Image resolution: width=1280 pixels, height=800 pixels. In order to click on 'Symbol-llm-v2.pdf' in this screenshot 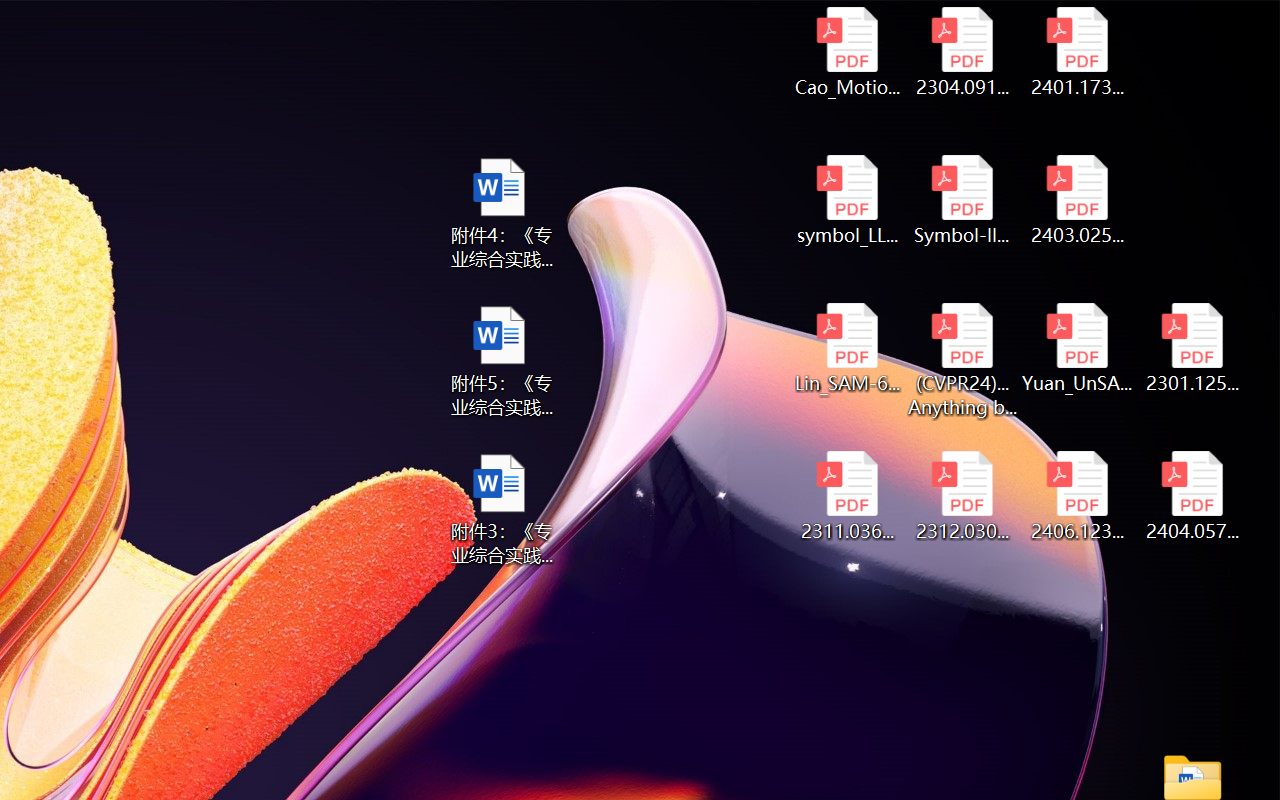, I will do `click(962, 200)`.